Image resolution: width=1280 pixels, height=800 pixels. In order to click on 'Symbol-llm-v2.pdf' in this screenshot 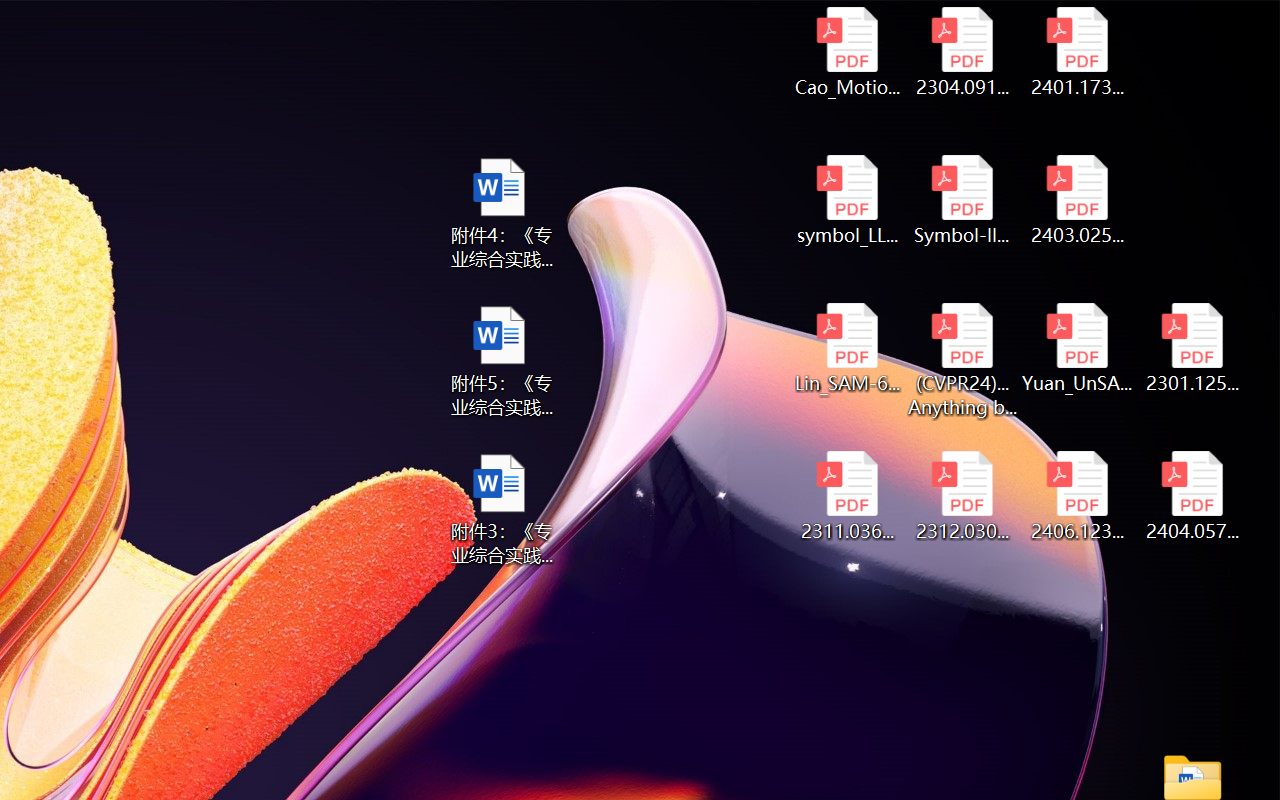, I will do `click(962, 200)`.